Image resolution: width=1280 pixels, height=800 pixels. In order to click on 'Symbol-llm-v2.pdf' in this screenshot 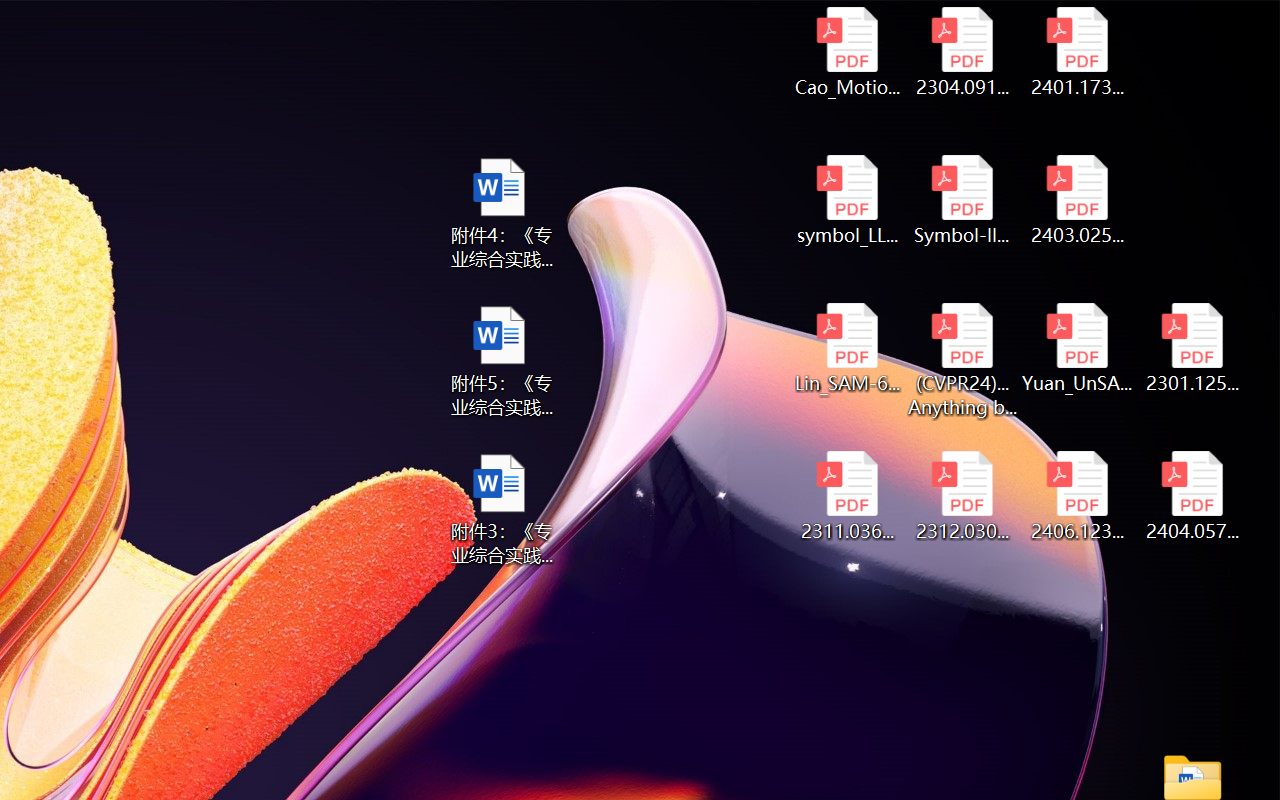, I will do `click(962, 200)`.